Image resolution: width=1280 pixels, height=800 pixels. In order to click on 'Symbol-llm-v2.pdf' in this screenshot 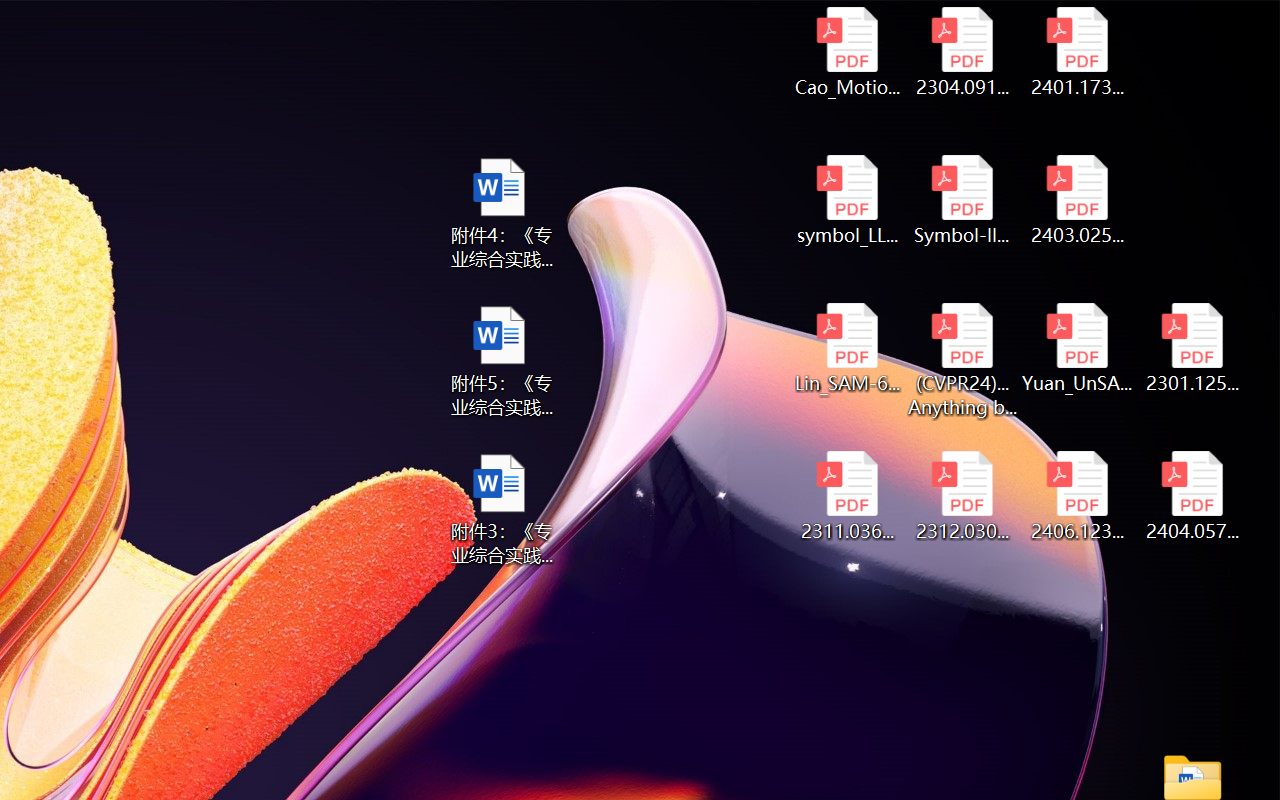, I will do `click(962, 200)`.